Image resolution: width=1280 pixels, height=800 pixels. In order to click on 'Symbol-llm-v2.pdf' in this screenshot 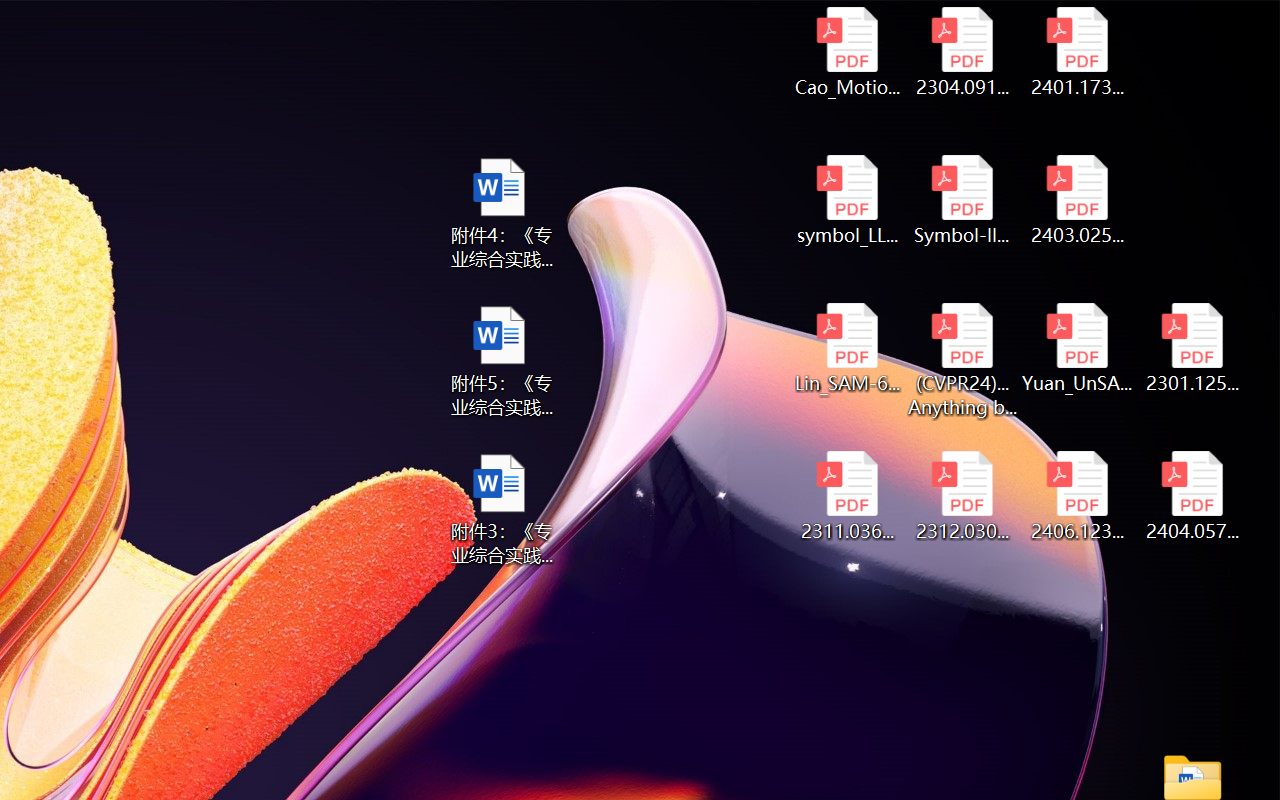, I will do `click(962, 200)`.